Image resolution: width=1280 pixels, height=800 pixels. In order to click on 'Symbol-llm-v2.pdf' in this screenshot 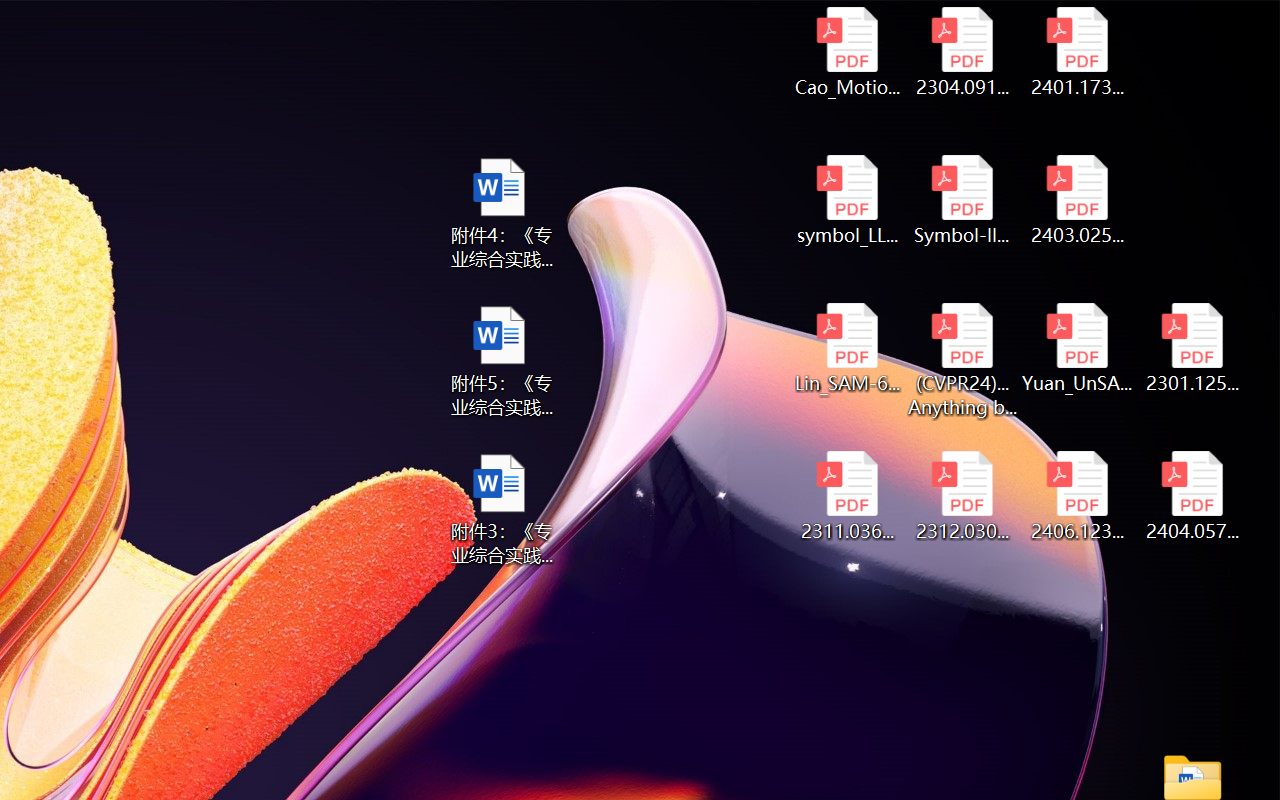, I will do `click(962, 200)`.